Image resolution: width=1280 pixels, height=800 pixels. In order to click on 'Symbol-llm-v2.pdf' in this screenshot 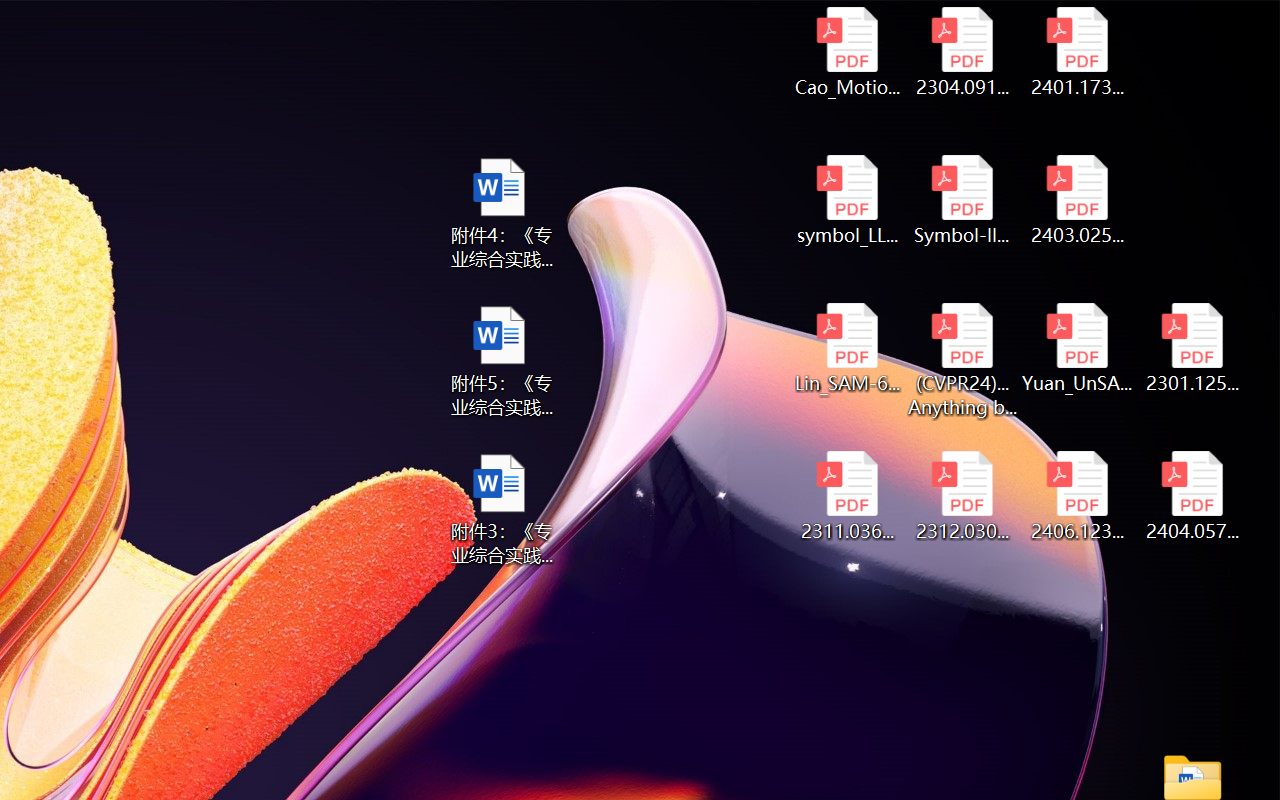, I will do `click(962, 200)`.